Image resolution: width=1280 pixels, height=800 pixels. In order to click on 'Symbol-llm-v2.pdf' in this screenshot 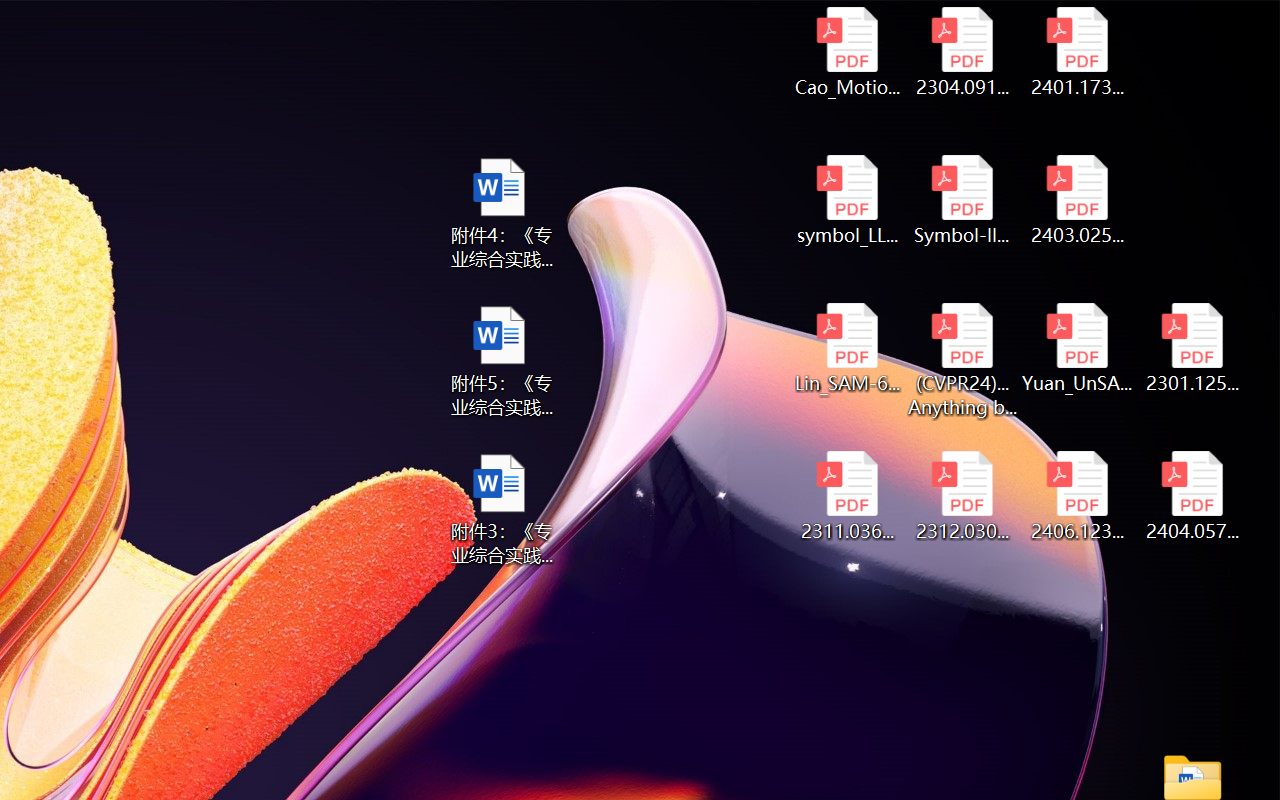, I will do `click(962, 200)`.